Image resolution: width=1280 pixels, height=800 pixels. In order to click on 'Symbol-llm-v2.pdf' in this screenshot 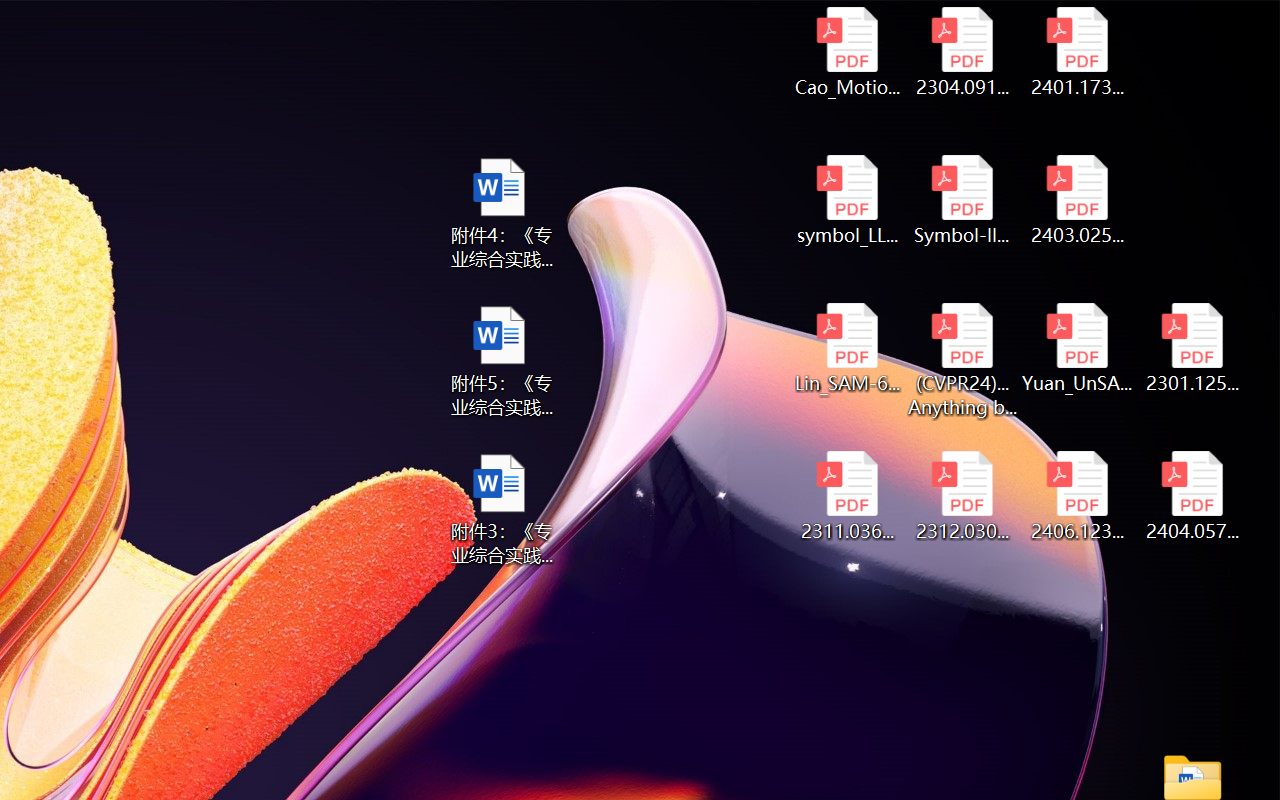, I will do `click(962, 200)`.